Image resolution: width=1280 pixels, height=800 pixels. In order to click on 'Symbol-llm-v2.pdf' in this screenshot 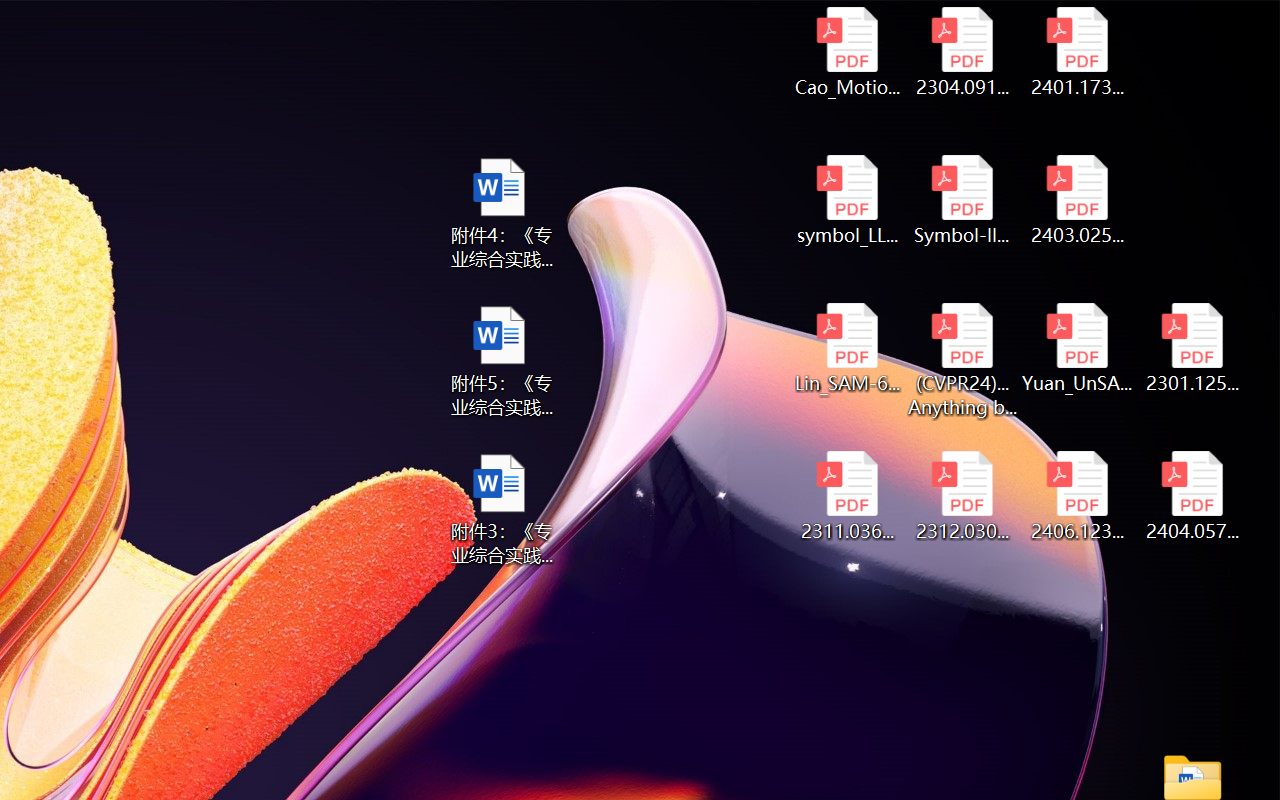, I will do `click(962, 200)`.